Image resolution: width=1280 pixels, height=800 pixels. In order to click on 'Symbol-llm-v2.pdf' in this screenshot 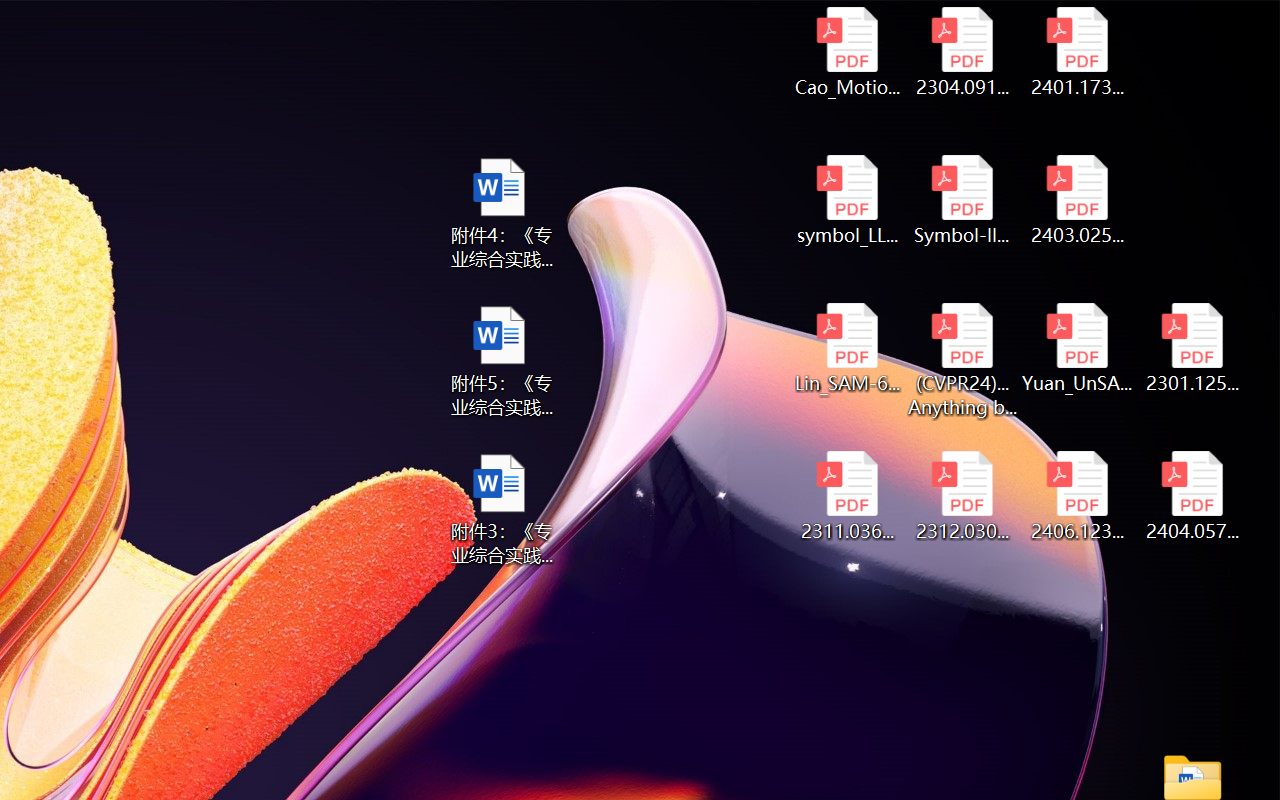, I will do `click(962, 200)`.